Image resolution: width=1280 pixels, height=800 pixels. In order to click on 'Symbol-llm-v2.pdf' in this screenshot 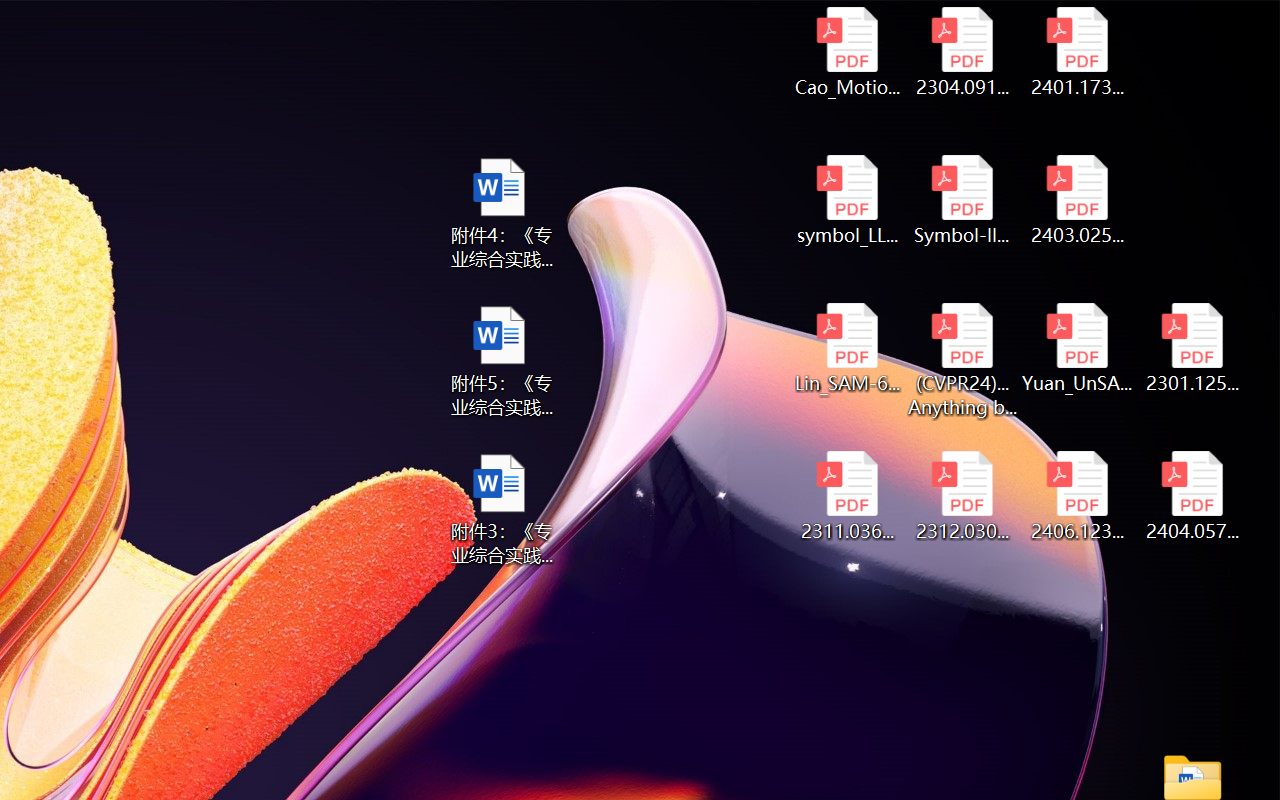, I will do `click(962, 200)`.